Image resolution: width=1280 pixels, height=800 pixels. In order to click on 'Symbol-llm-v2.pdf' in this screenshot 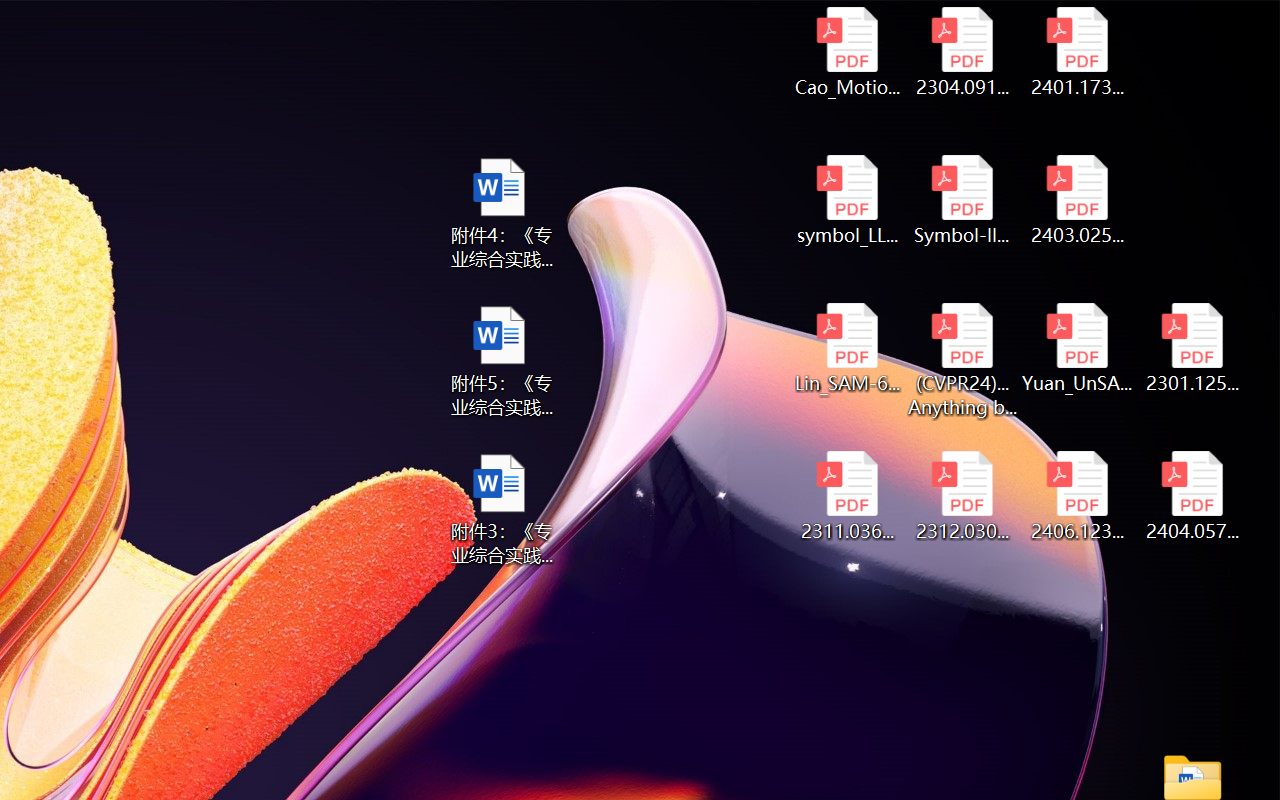, I will do `click(962, 200)`.